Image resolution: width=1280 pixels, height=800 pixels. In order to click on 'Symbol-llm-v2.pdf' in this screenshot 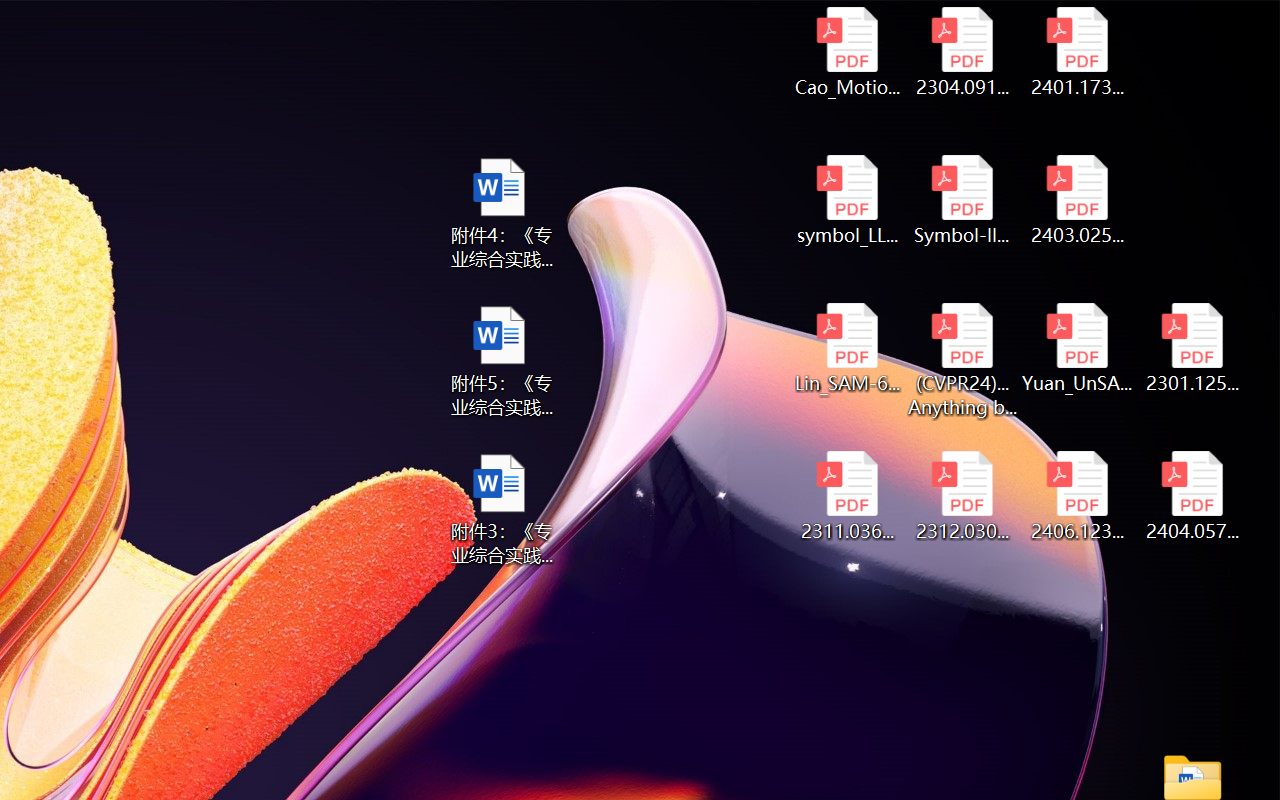, I will do `click(962, 200)`.